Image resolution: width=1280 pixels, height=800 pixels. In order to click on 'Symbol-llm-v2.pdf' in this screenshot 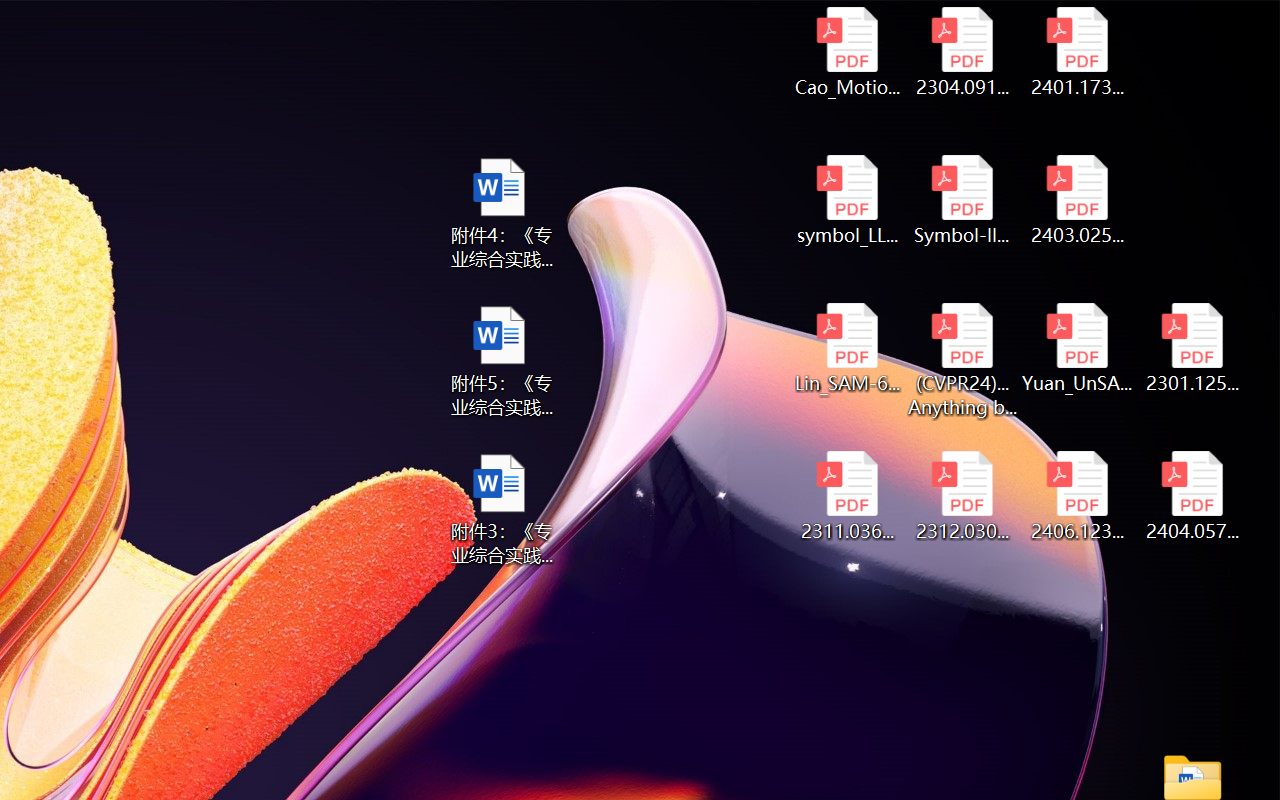, I will do `click(962, 200)`.